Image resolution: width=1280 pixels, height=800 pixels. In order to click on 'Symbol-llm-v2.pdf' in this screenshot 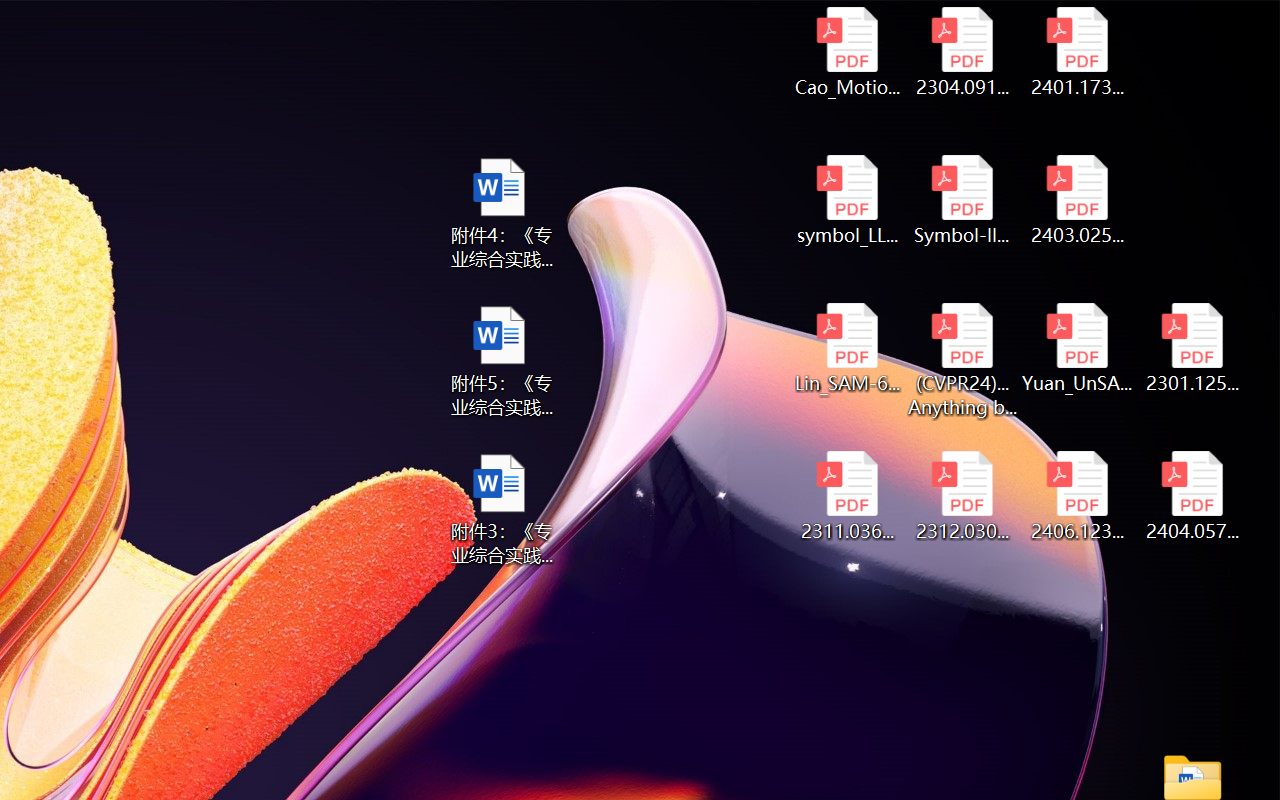, I will do `click(962, 200)`.